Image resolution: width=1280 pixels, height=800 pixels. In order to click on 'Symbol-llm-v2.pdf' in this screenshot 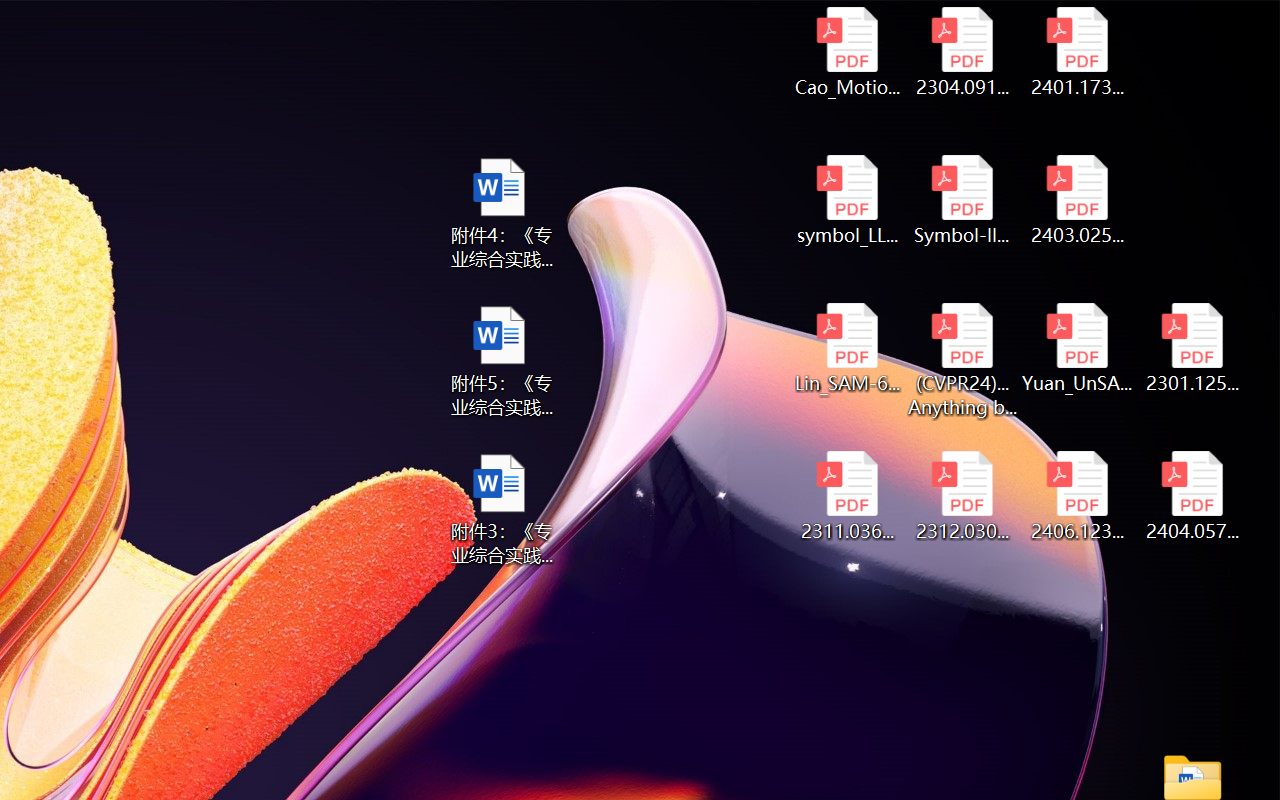, I will do `click(962, 200)`.